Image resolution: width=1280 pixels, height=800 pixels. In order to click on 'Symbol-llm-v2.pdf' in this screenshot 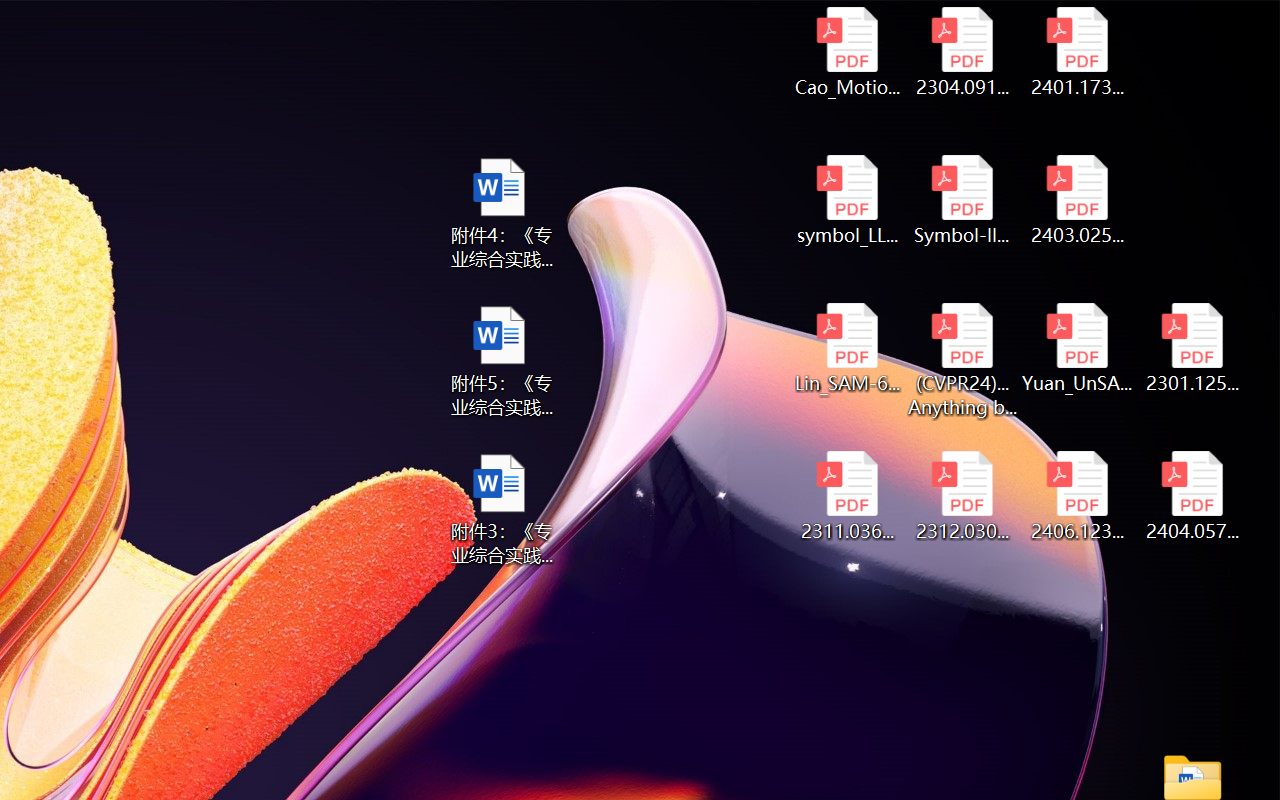, I will do `click(962, 200)`.